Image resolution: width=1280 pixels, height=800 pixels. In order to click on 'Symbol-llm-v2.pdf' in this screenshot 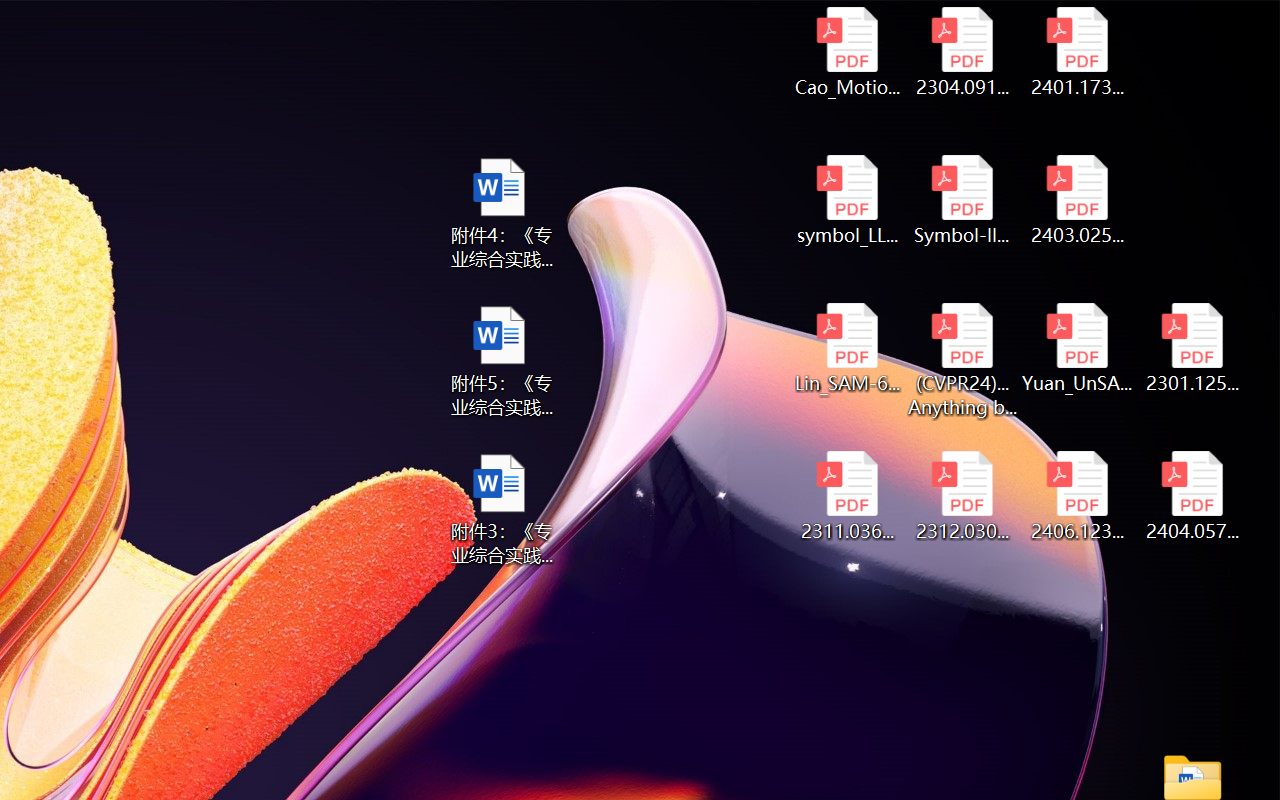, I will do `click(962, 200)`.